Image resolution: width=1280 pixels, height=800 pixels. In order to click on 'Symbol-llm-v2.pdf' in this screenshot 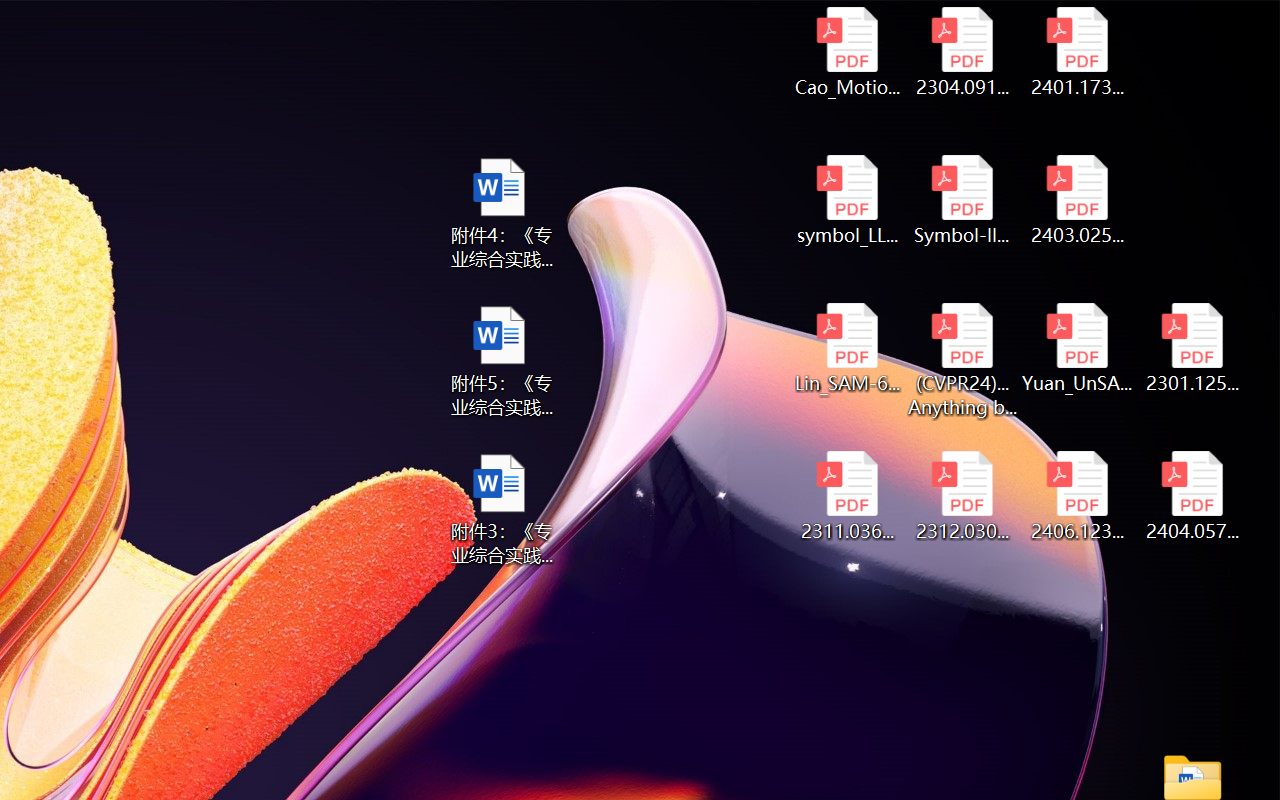, I will do `click(962, 200)`.